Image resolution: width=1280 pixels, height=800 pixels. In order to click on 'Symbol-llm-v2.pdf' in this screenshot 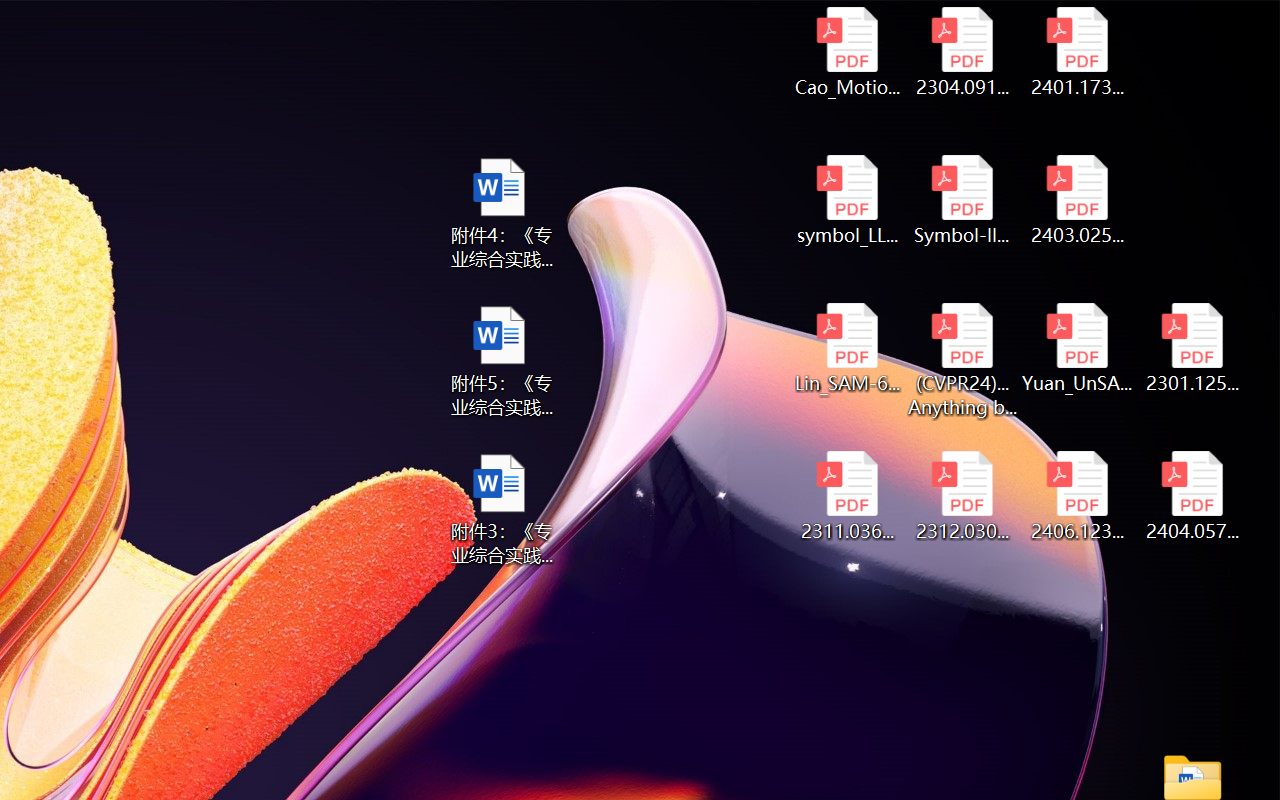, I will do `click(962, 200)`.